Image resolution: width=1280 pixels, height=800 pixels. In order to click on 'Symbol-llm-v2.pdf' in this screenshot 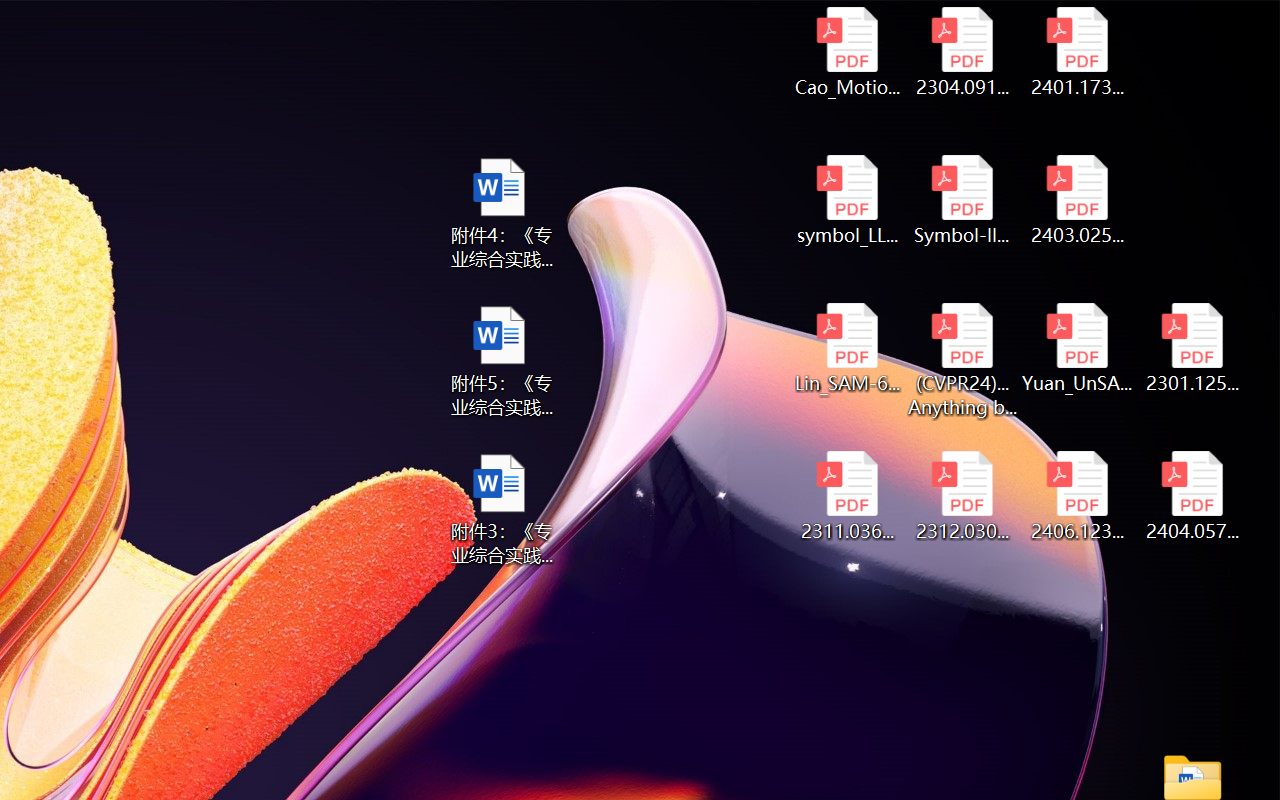, I will do `click(962, 200)`.